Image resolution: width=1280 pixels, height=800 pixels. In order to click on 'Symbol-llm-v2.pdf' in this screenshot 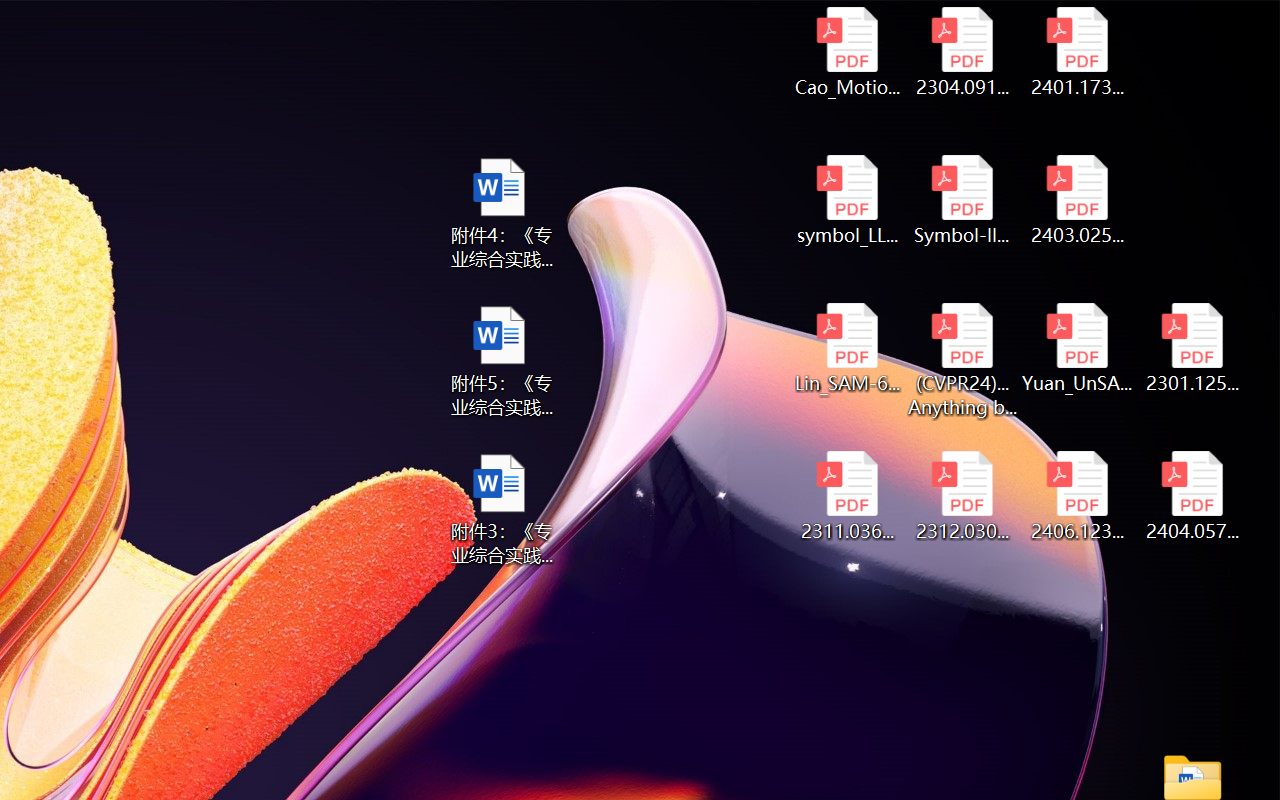, I will do `click(962, 200)`.